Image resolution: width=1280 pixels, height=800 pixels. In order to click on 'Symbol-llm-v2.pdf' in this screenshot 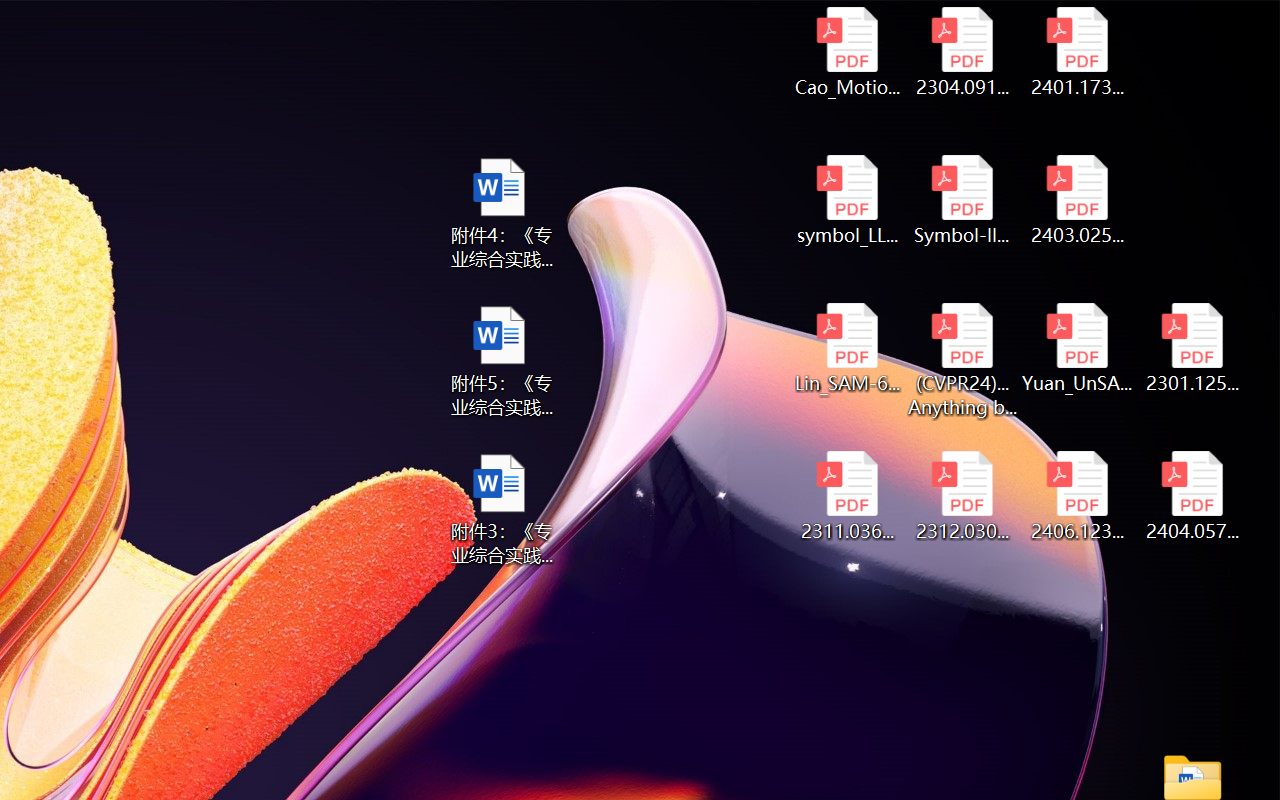, I will do `click(962, 200)`.